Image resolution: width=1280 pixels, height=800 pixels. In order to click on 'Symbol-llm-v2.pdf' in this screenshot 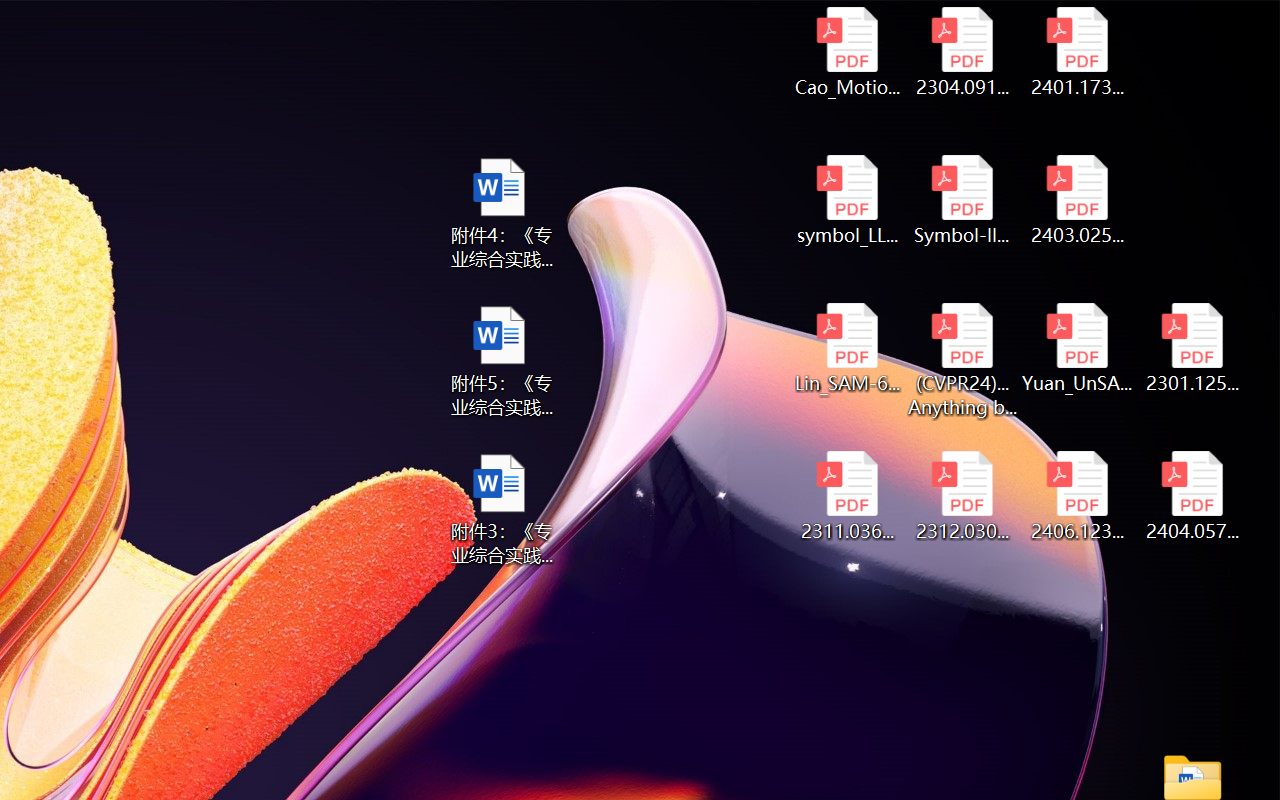, I will do `click(962, 200)`.